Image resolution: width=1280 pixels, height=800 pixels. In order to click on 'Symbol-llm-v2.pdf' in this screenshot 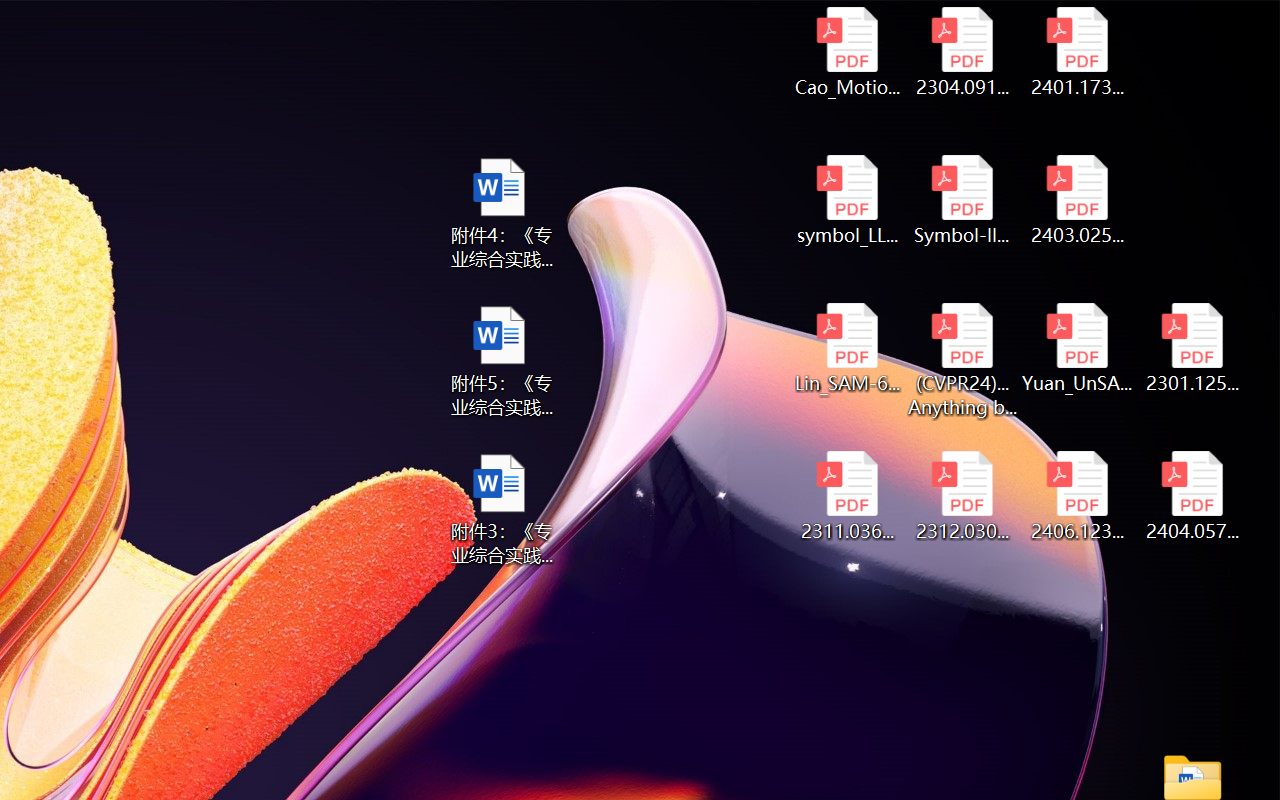, I will do `click(962, 200)`.